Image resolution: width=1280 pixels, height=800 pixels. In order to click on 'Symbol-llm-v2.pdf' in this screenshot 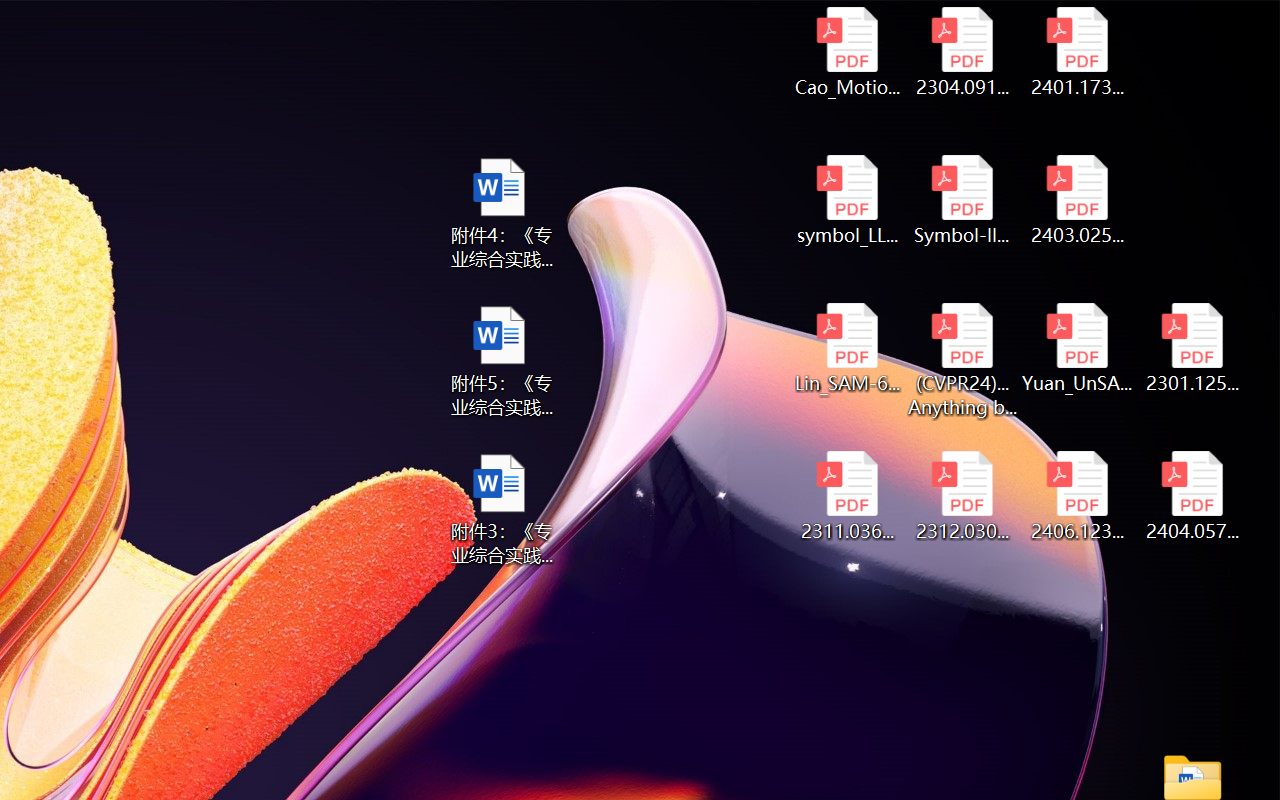, I will do `click(962, 200)`.